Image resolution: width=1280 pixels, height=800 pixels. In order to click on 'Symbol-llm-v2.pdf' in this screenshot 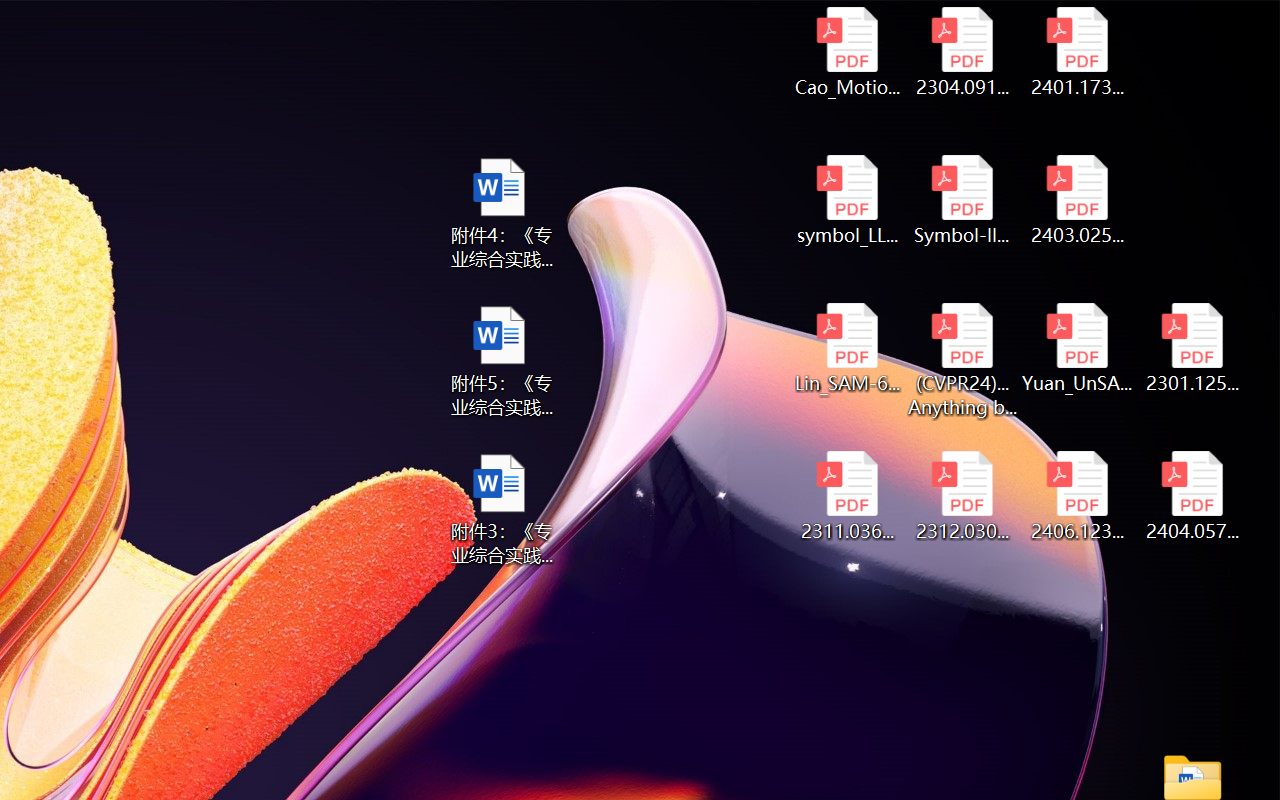, I will do `click(962, 200)`.